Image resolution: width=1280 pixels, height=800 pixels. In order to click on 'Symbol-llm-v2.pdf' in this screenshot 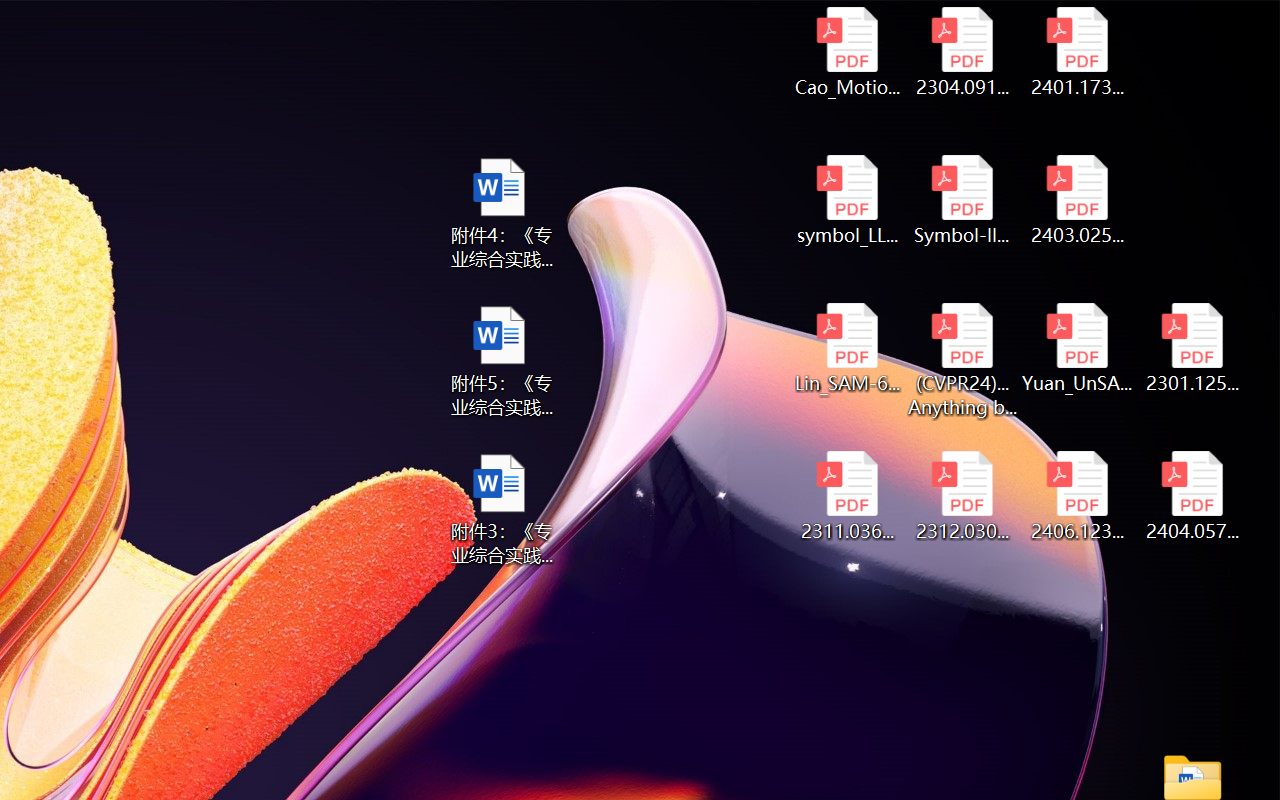, I will do `click(962, 200)`.